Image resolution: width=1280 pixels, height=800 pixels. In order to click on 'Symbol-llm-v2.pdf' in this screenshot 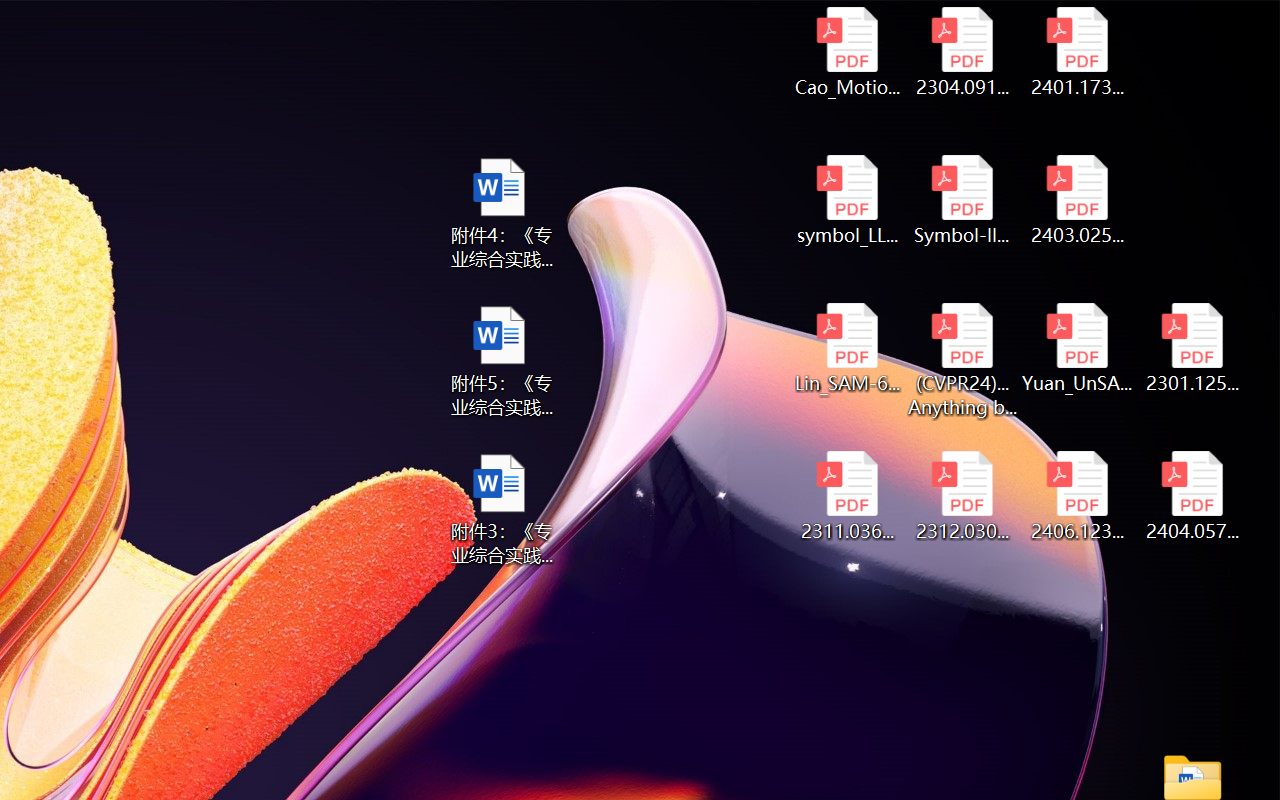, I will do `click(962, 200)`.